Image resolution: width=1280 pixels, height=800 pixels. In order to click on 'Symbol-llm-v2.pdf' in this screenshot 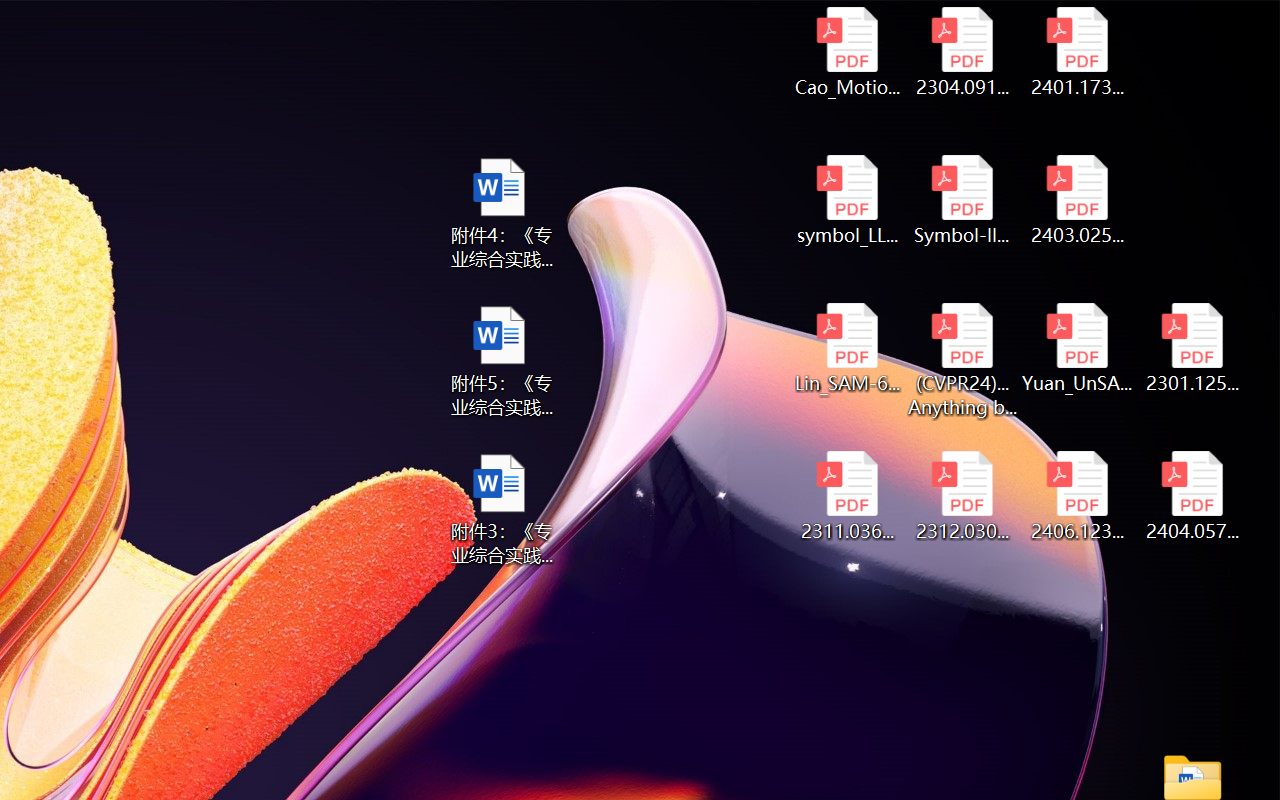, I will do `click(962, 200)`.